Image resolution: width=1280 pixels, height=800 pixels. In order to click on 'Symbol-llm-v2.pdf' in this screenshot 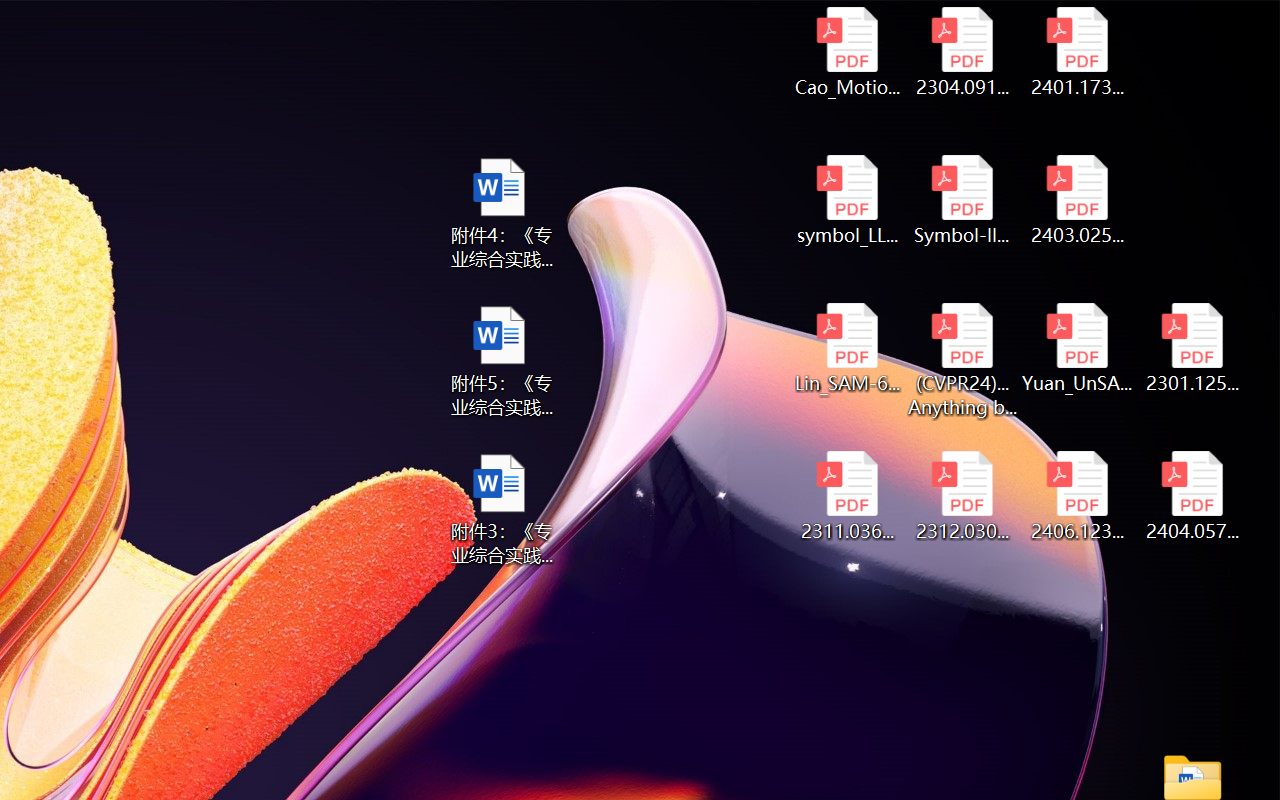, I will do `click(962, 200)`.